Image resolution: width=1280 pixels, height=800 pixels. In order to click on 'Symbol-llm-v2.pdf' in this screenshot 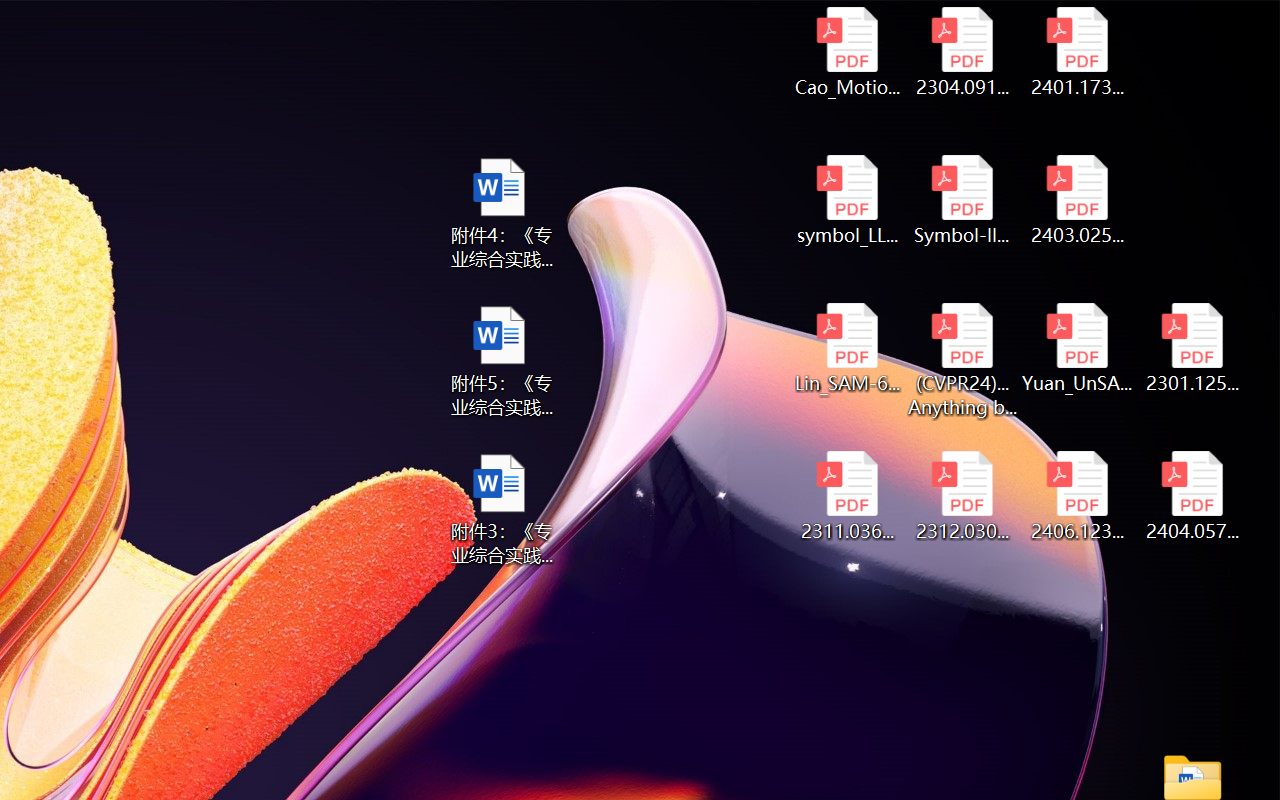, I will do `click(962, 200)`.